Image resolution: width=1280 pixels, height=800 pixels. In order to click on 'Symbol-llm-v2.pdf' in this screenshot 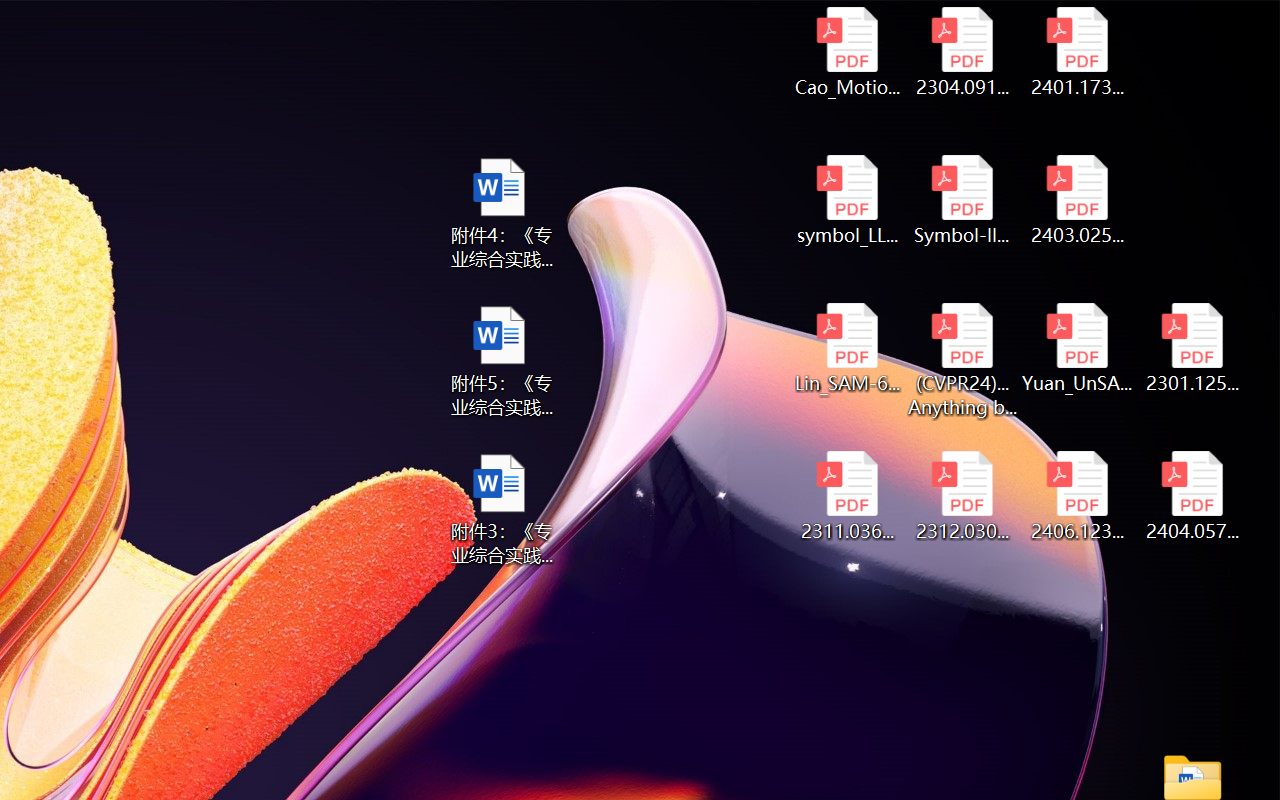, I will do `click(962, 200)`.